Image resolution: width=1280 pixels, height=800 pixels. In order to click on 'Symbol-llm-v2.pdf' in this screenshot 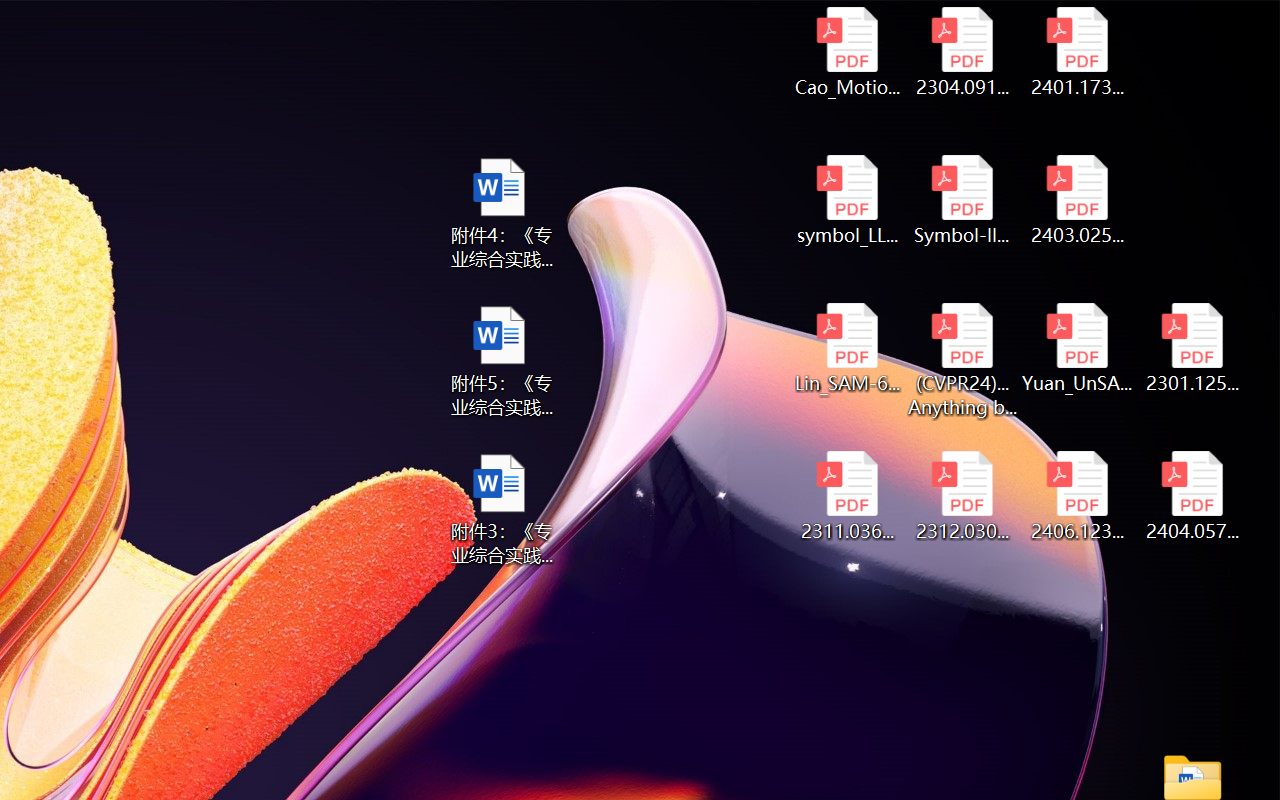, I will do `click(962, 200)`.